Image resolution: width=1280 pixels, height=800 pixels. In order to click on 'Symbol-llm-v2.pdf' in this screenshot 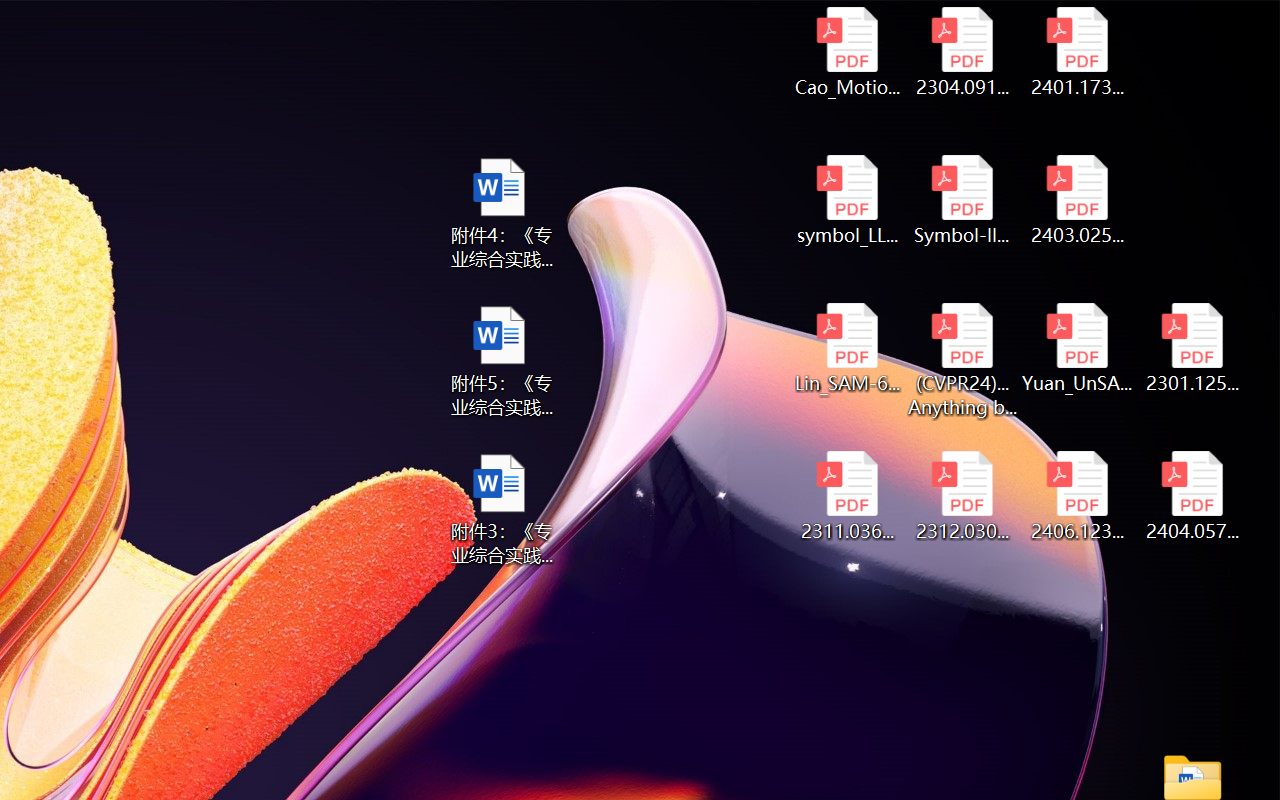, I will do `click(962, 200)`.